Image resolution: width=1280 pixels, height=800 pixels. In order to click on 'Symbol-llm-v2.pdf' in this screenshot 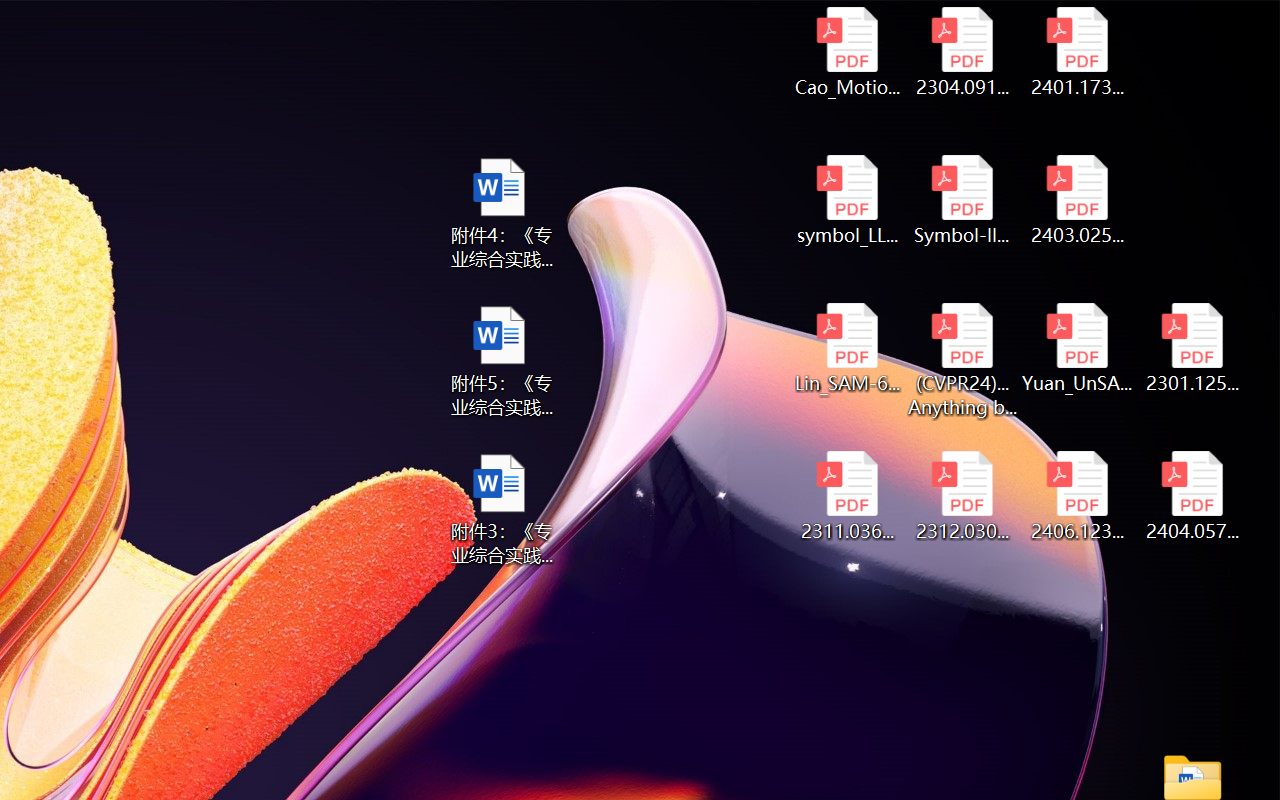, I will do `click(962, 200)`.